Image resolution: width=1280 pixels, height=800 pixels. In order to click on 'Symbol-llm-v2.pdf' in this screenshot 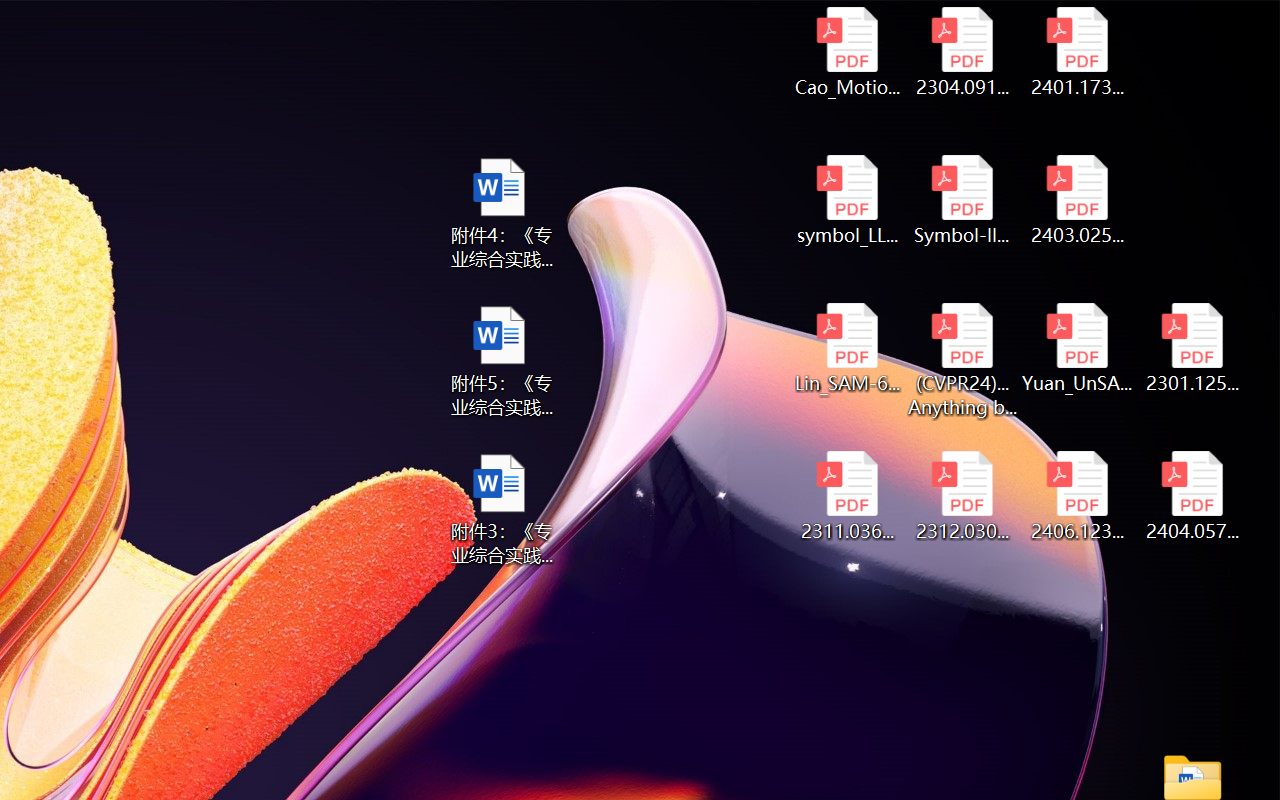, I will do `click(962, 200)`.